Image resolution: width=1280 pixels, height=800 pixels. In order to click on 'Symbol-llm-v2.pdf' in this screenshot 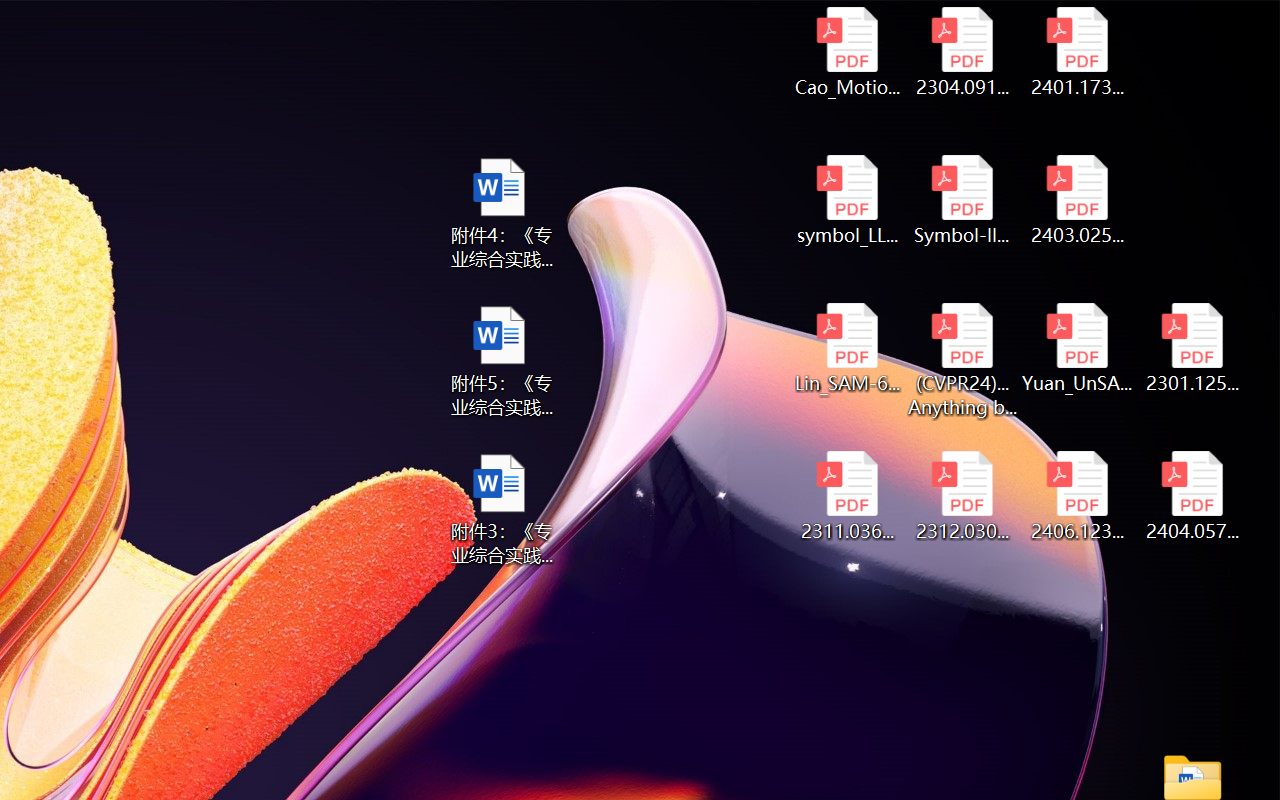, I will do `click(962, 200)`.